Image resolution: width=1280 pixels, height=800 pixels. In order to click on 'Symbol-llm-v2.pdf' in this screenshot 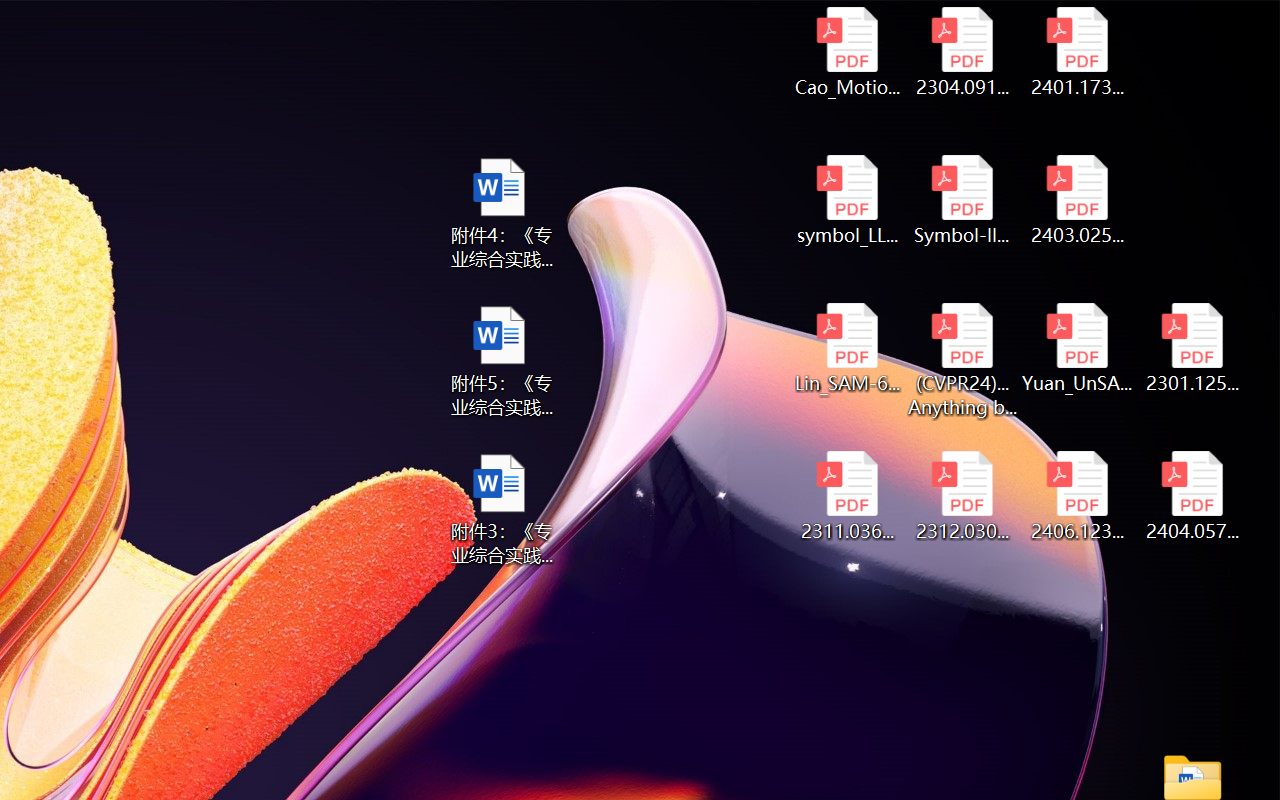, I will do `click(962, 200)`.